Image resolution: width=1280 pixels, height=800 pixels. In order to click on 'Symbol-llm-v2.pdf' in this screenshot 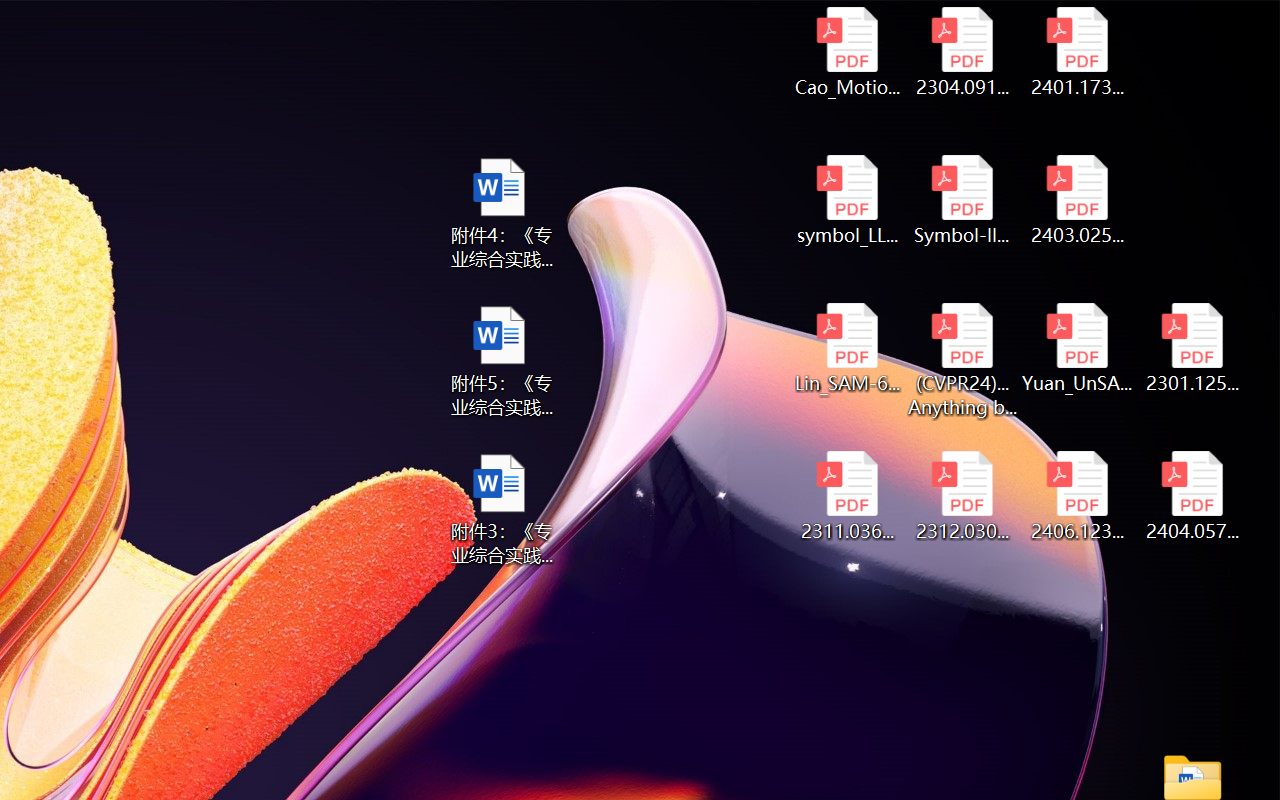, I will do `click(962, 200)`.